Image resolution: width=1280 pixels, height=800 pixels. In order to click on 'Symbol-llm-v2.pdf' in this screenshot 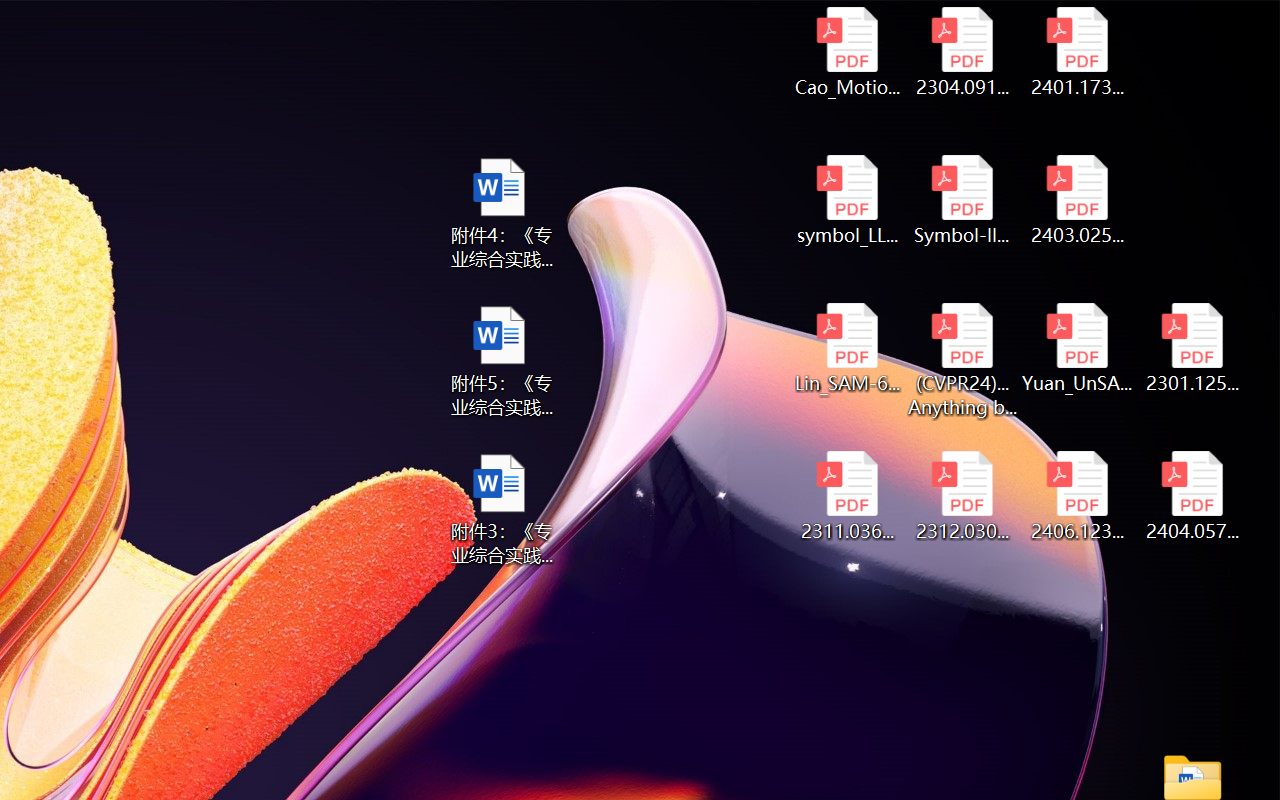, I will do `click(962, 200)`.